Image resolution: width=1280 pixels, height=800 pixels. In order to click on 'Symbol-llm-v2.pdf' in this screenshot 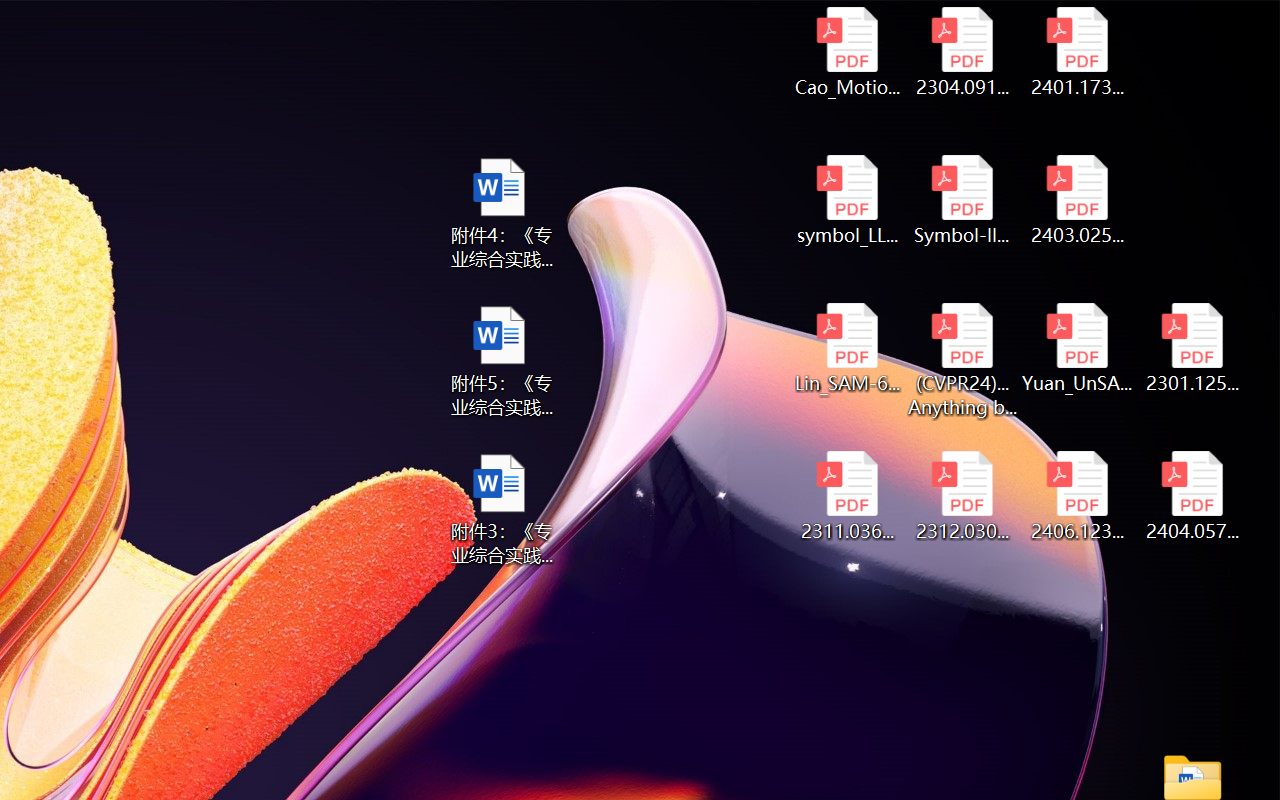, I will do `click(962, 200)`.